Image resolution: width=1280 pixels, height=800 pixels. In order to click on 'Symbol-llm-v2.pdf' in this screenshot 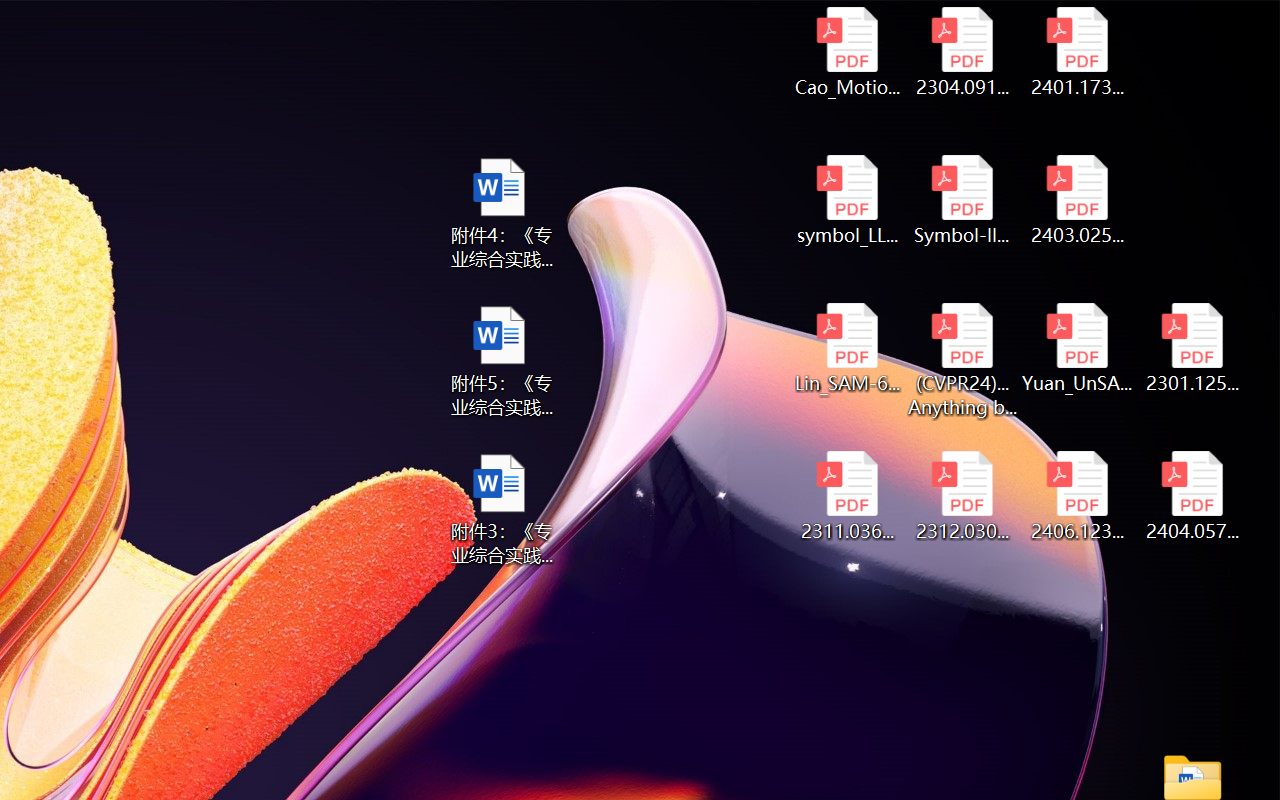, I will do `click(962, 200)`.